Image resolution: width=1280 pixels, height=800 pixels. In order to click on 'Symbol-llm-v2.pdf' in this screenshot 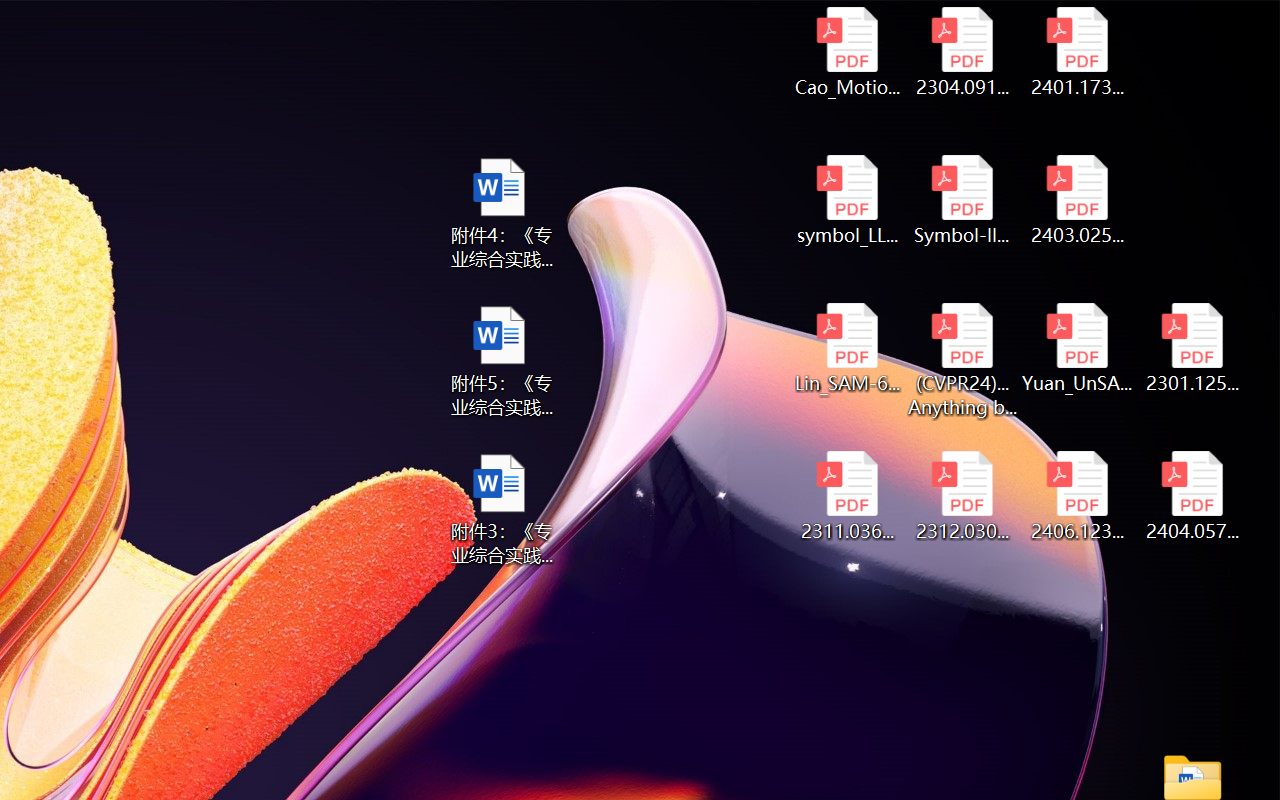, I will do `click(962, 200)`.